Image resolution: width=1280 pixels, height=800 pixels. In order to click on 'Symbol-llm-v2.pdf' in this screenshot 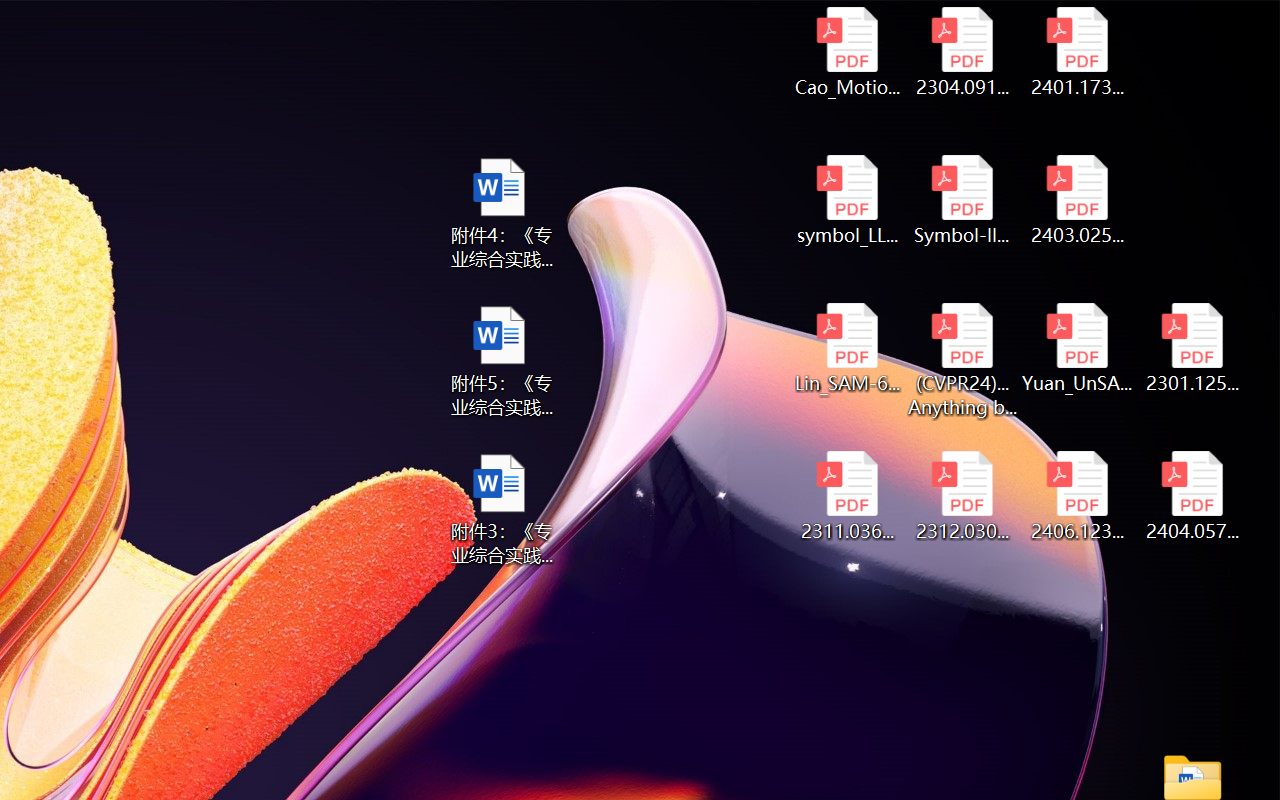, I will do `click(962, 200)`.